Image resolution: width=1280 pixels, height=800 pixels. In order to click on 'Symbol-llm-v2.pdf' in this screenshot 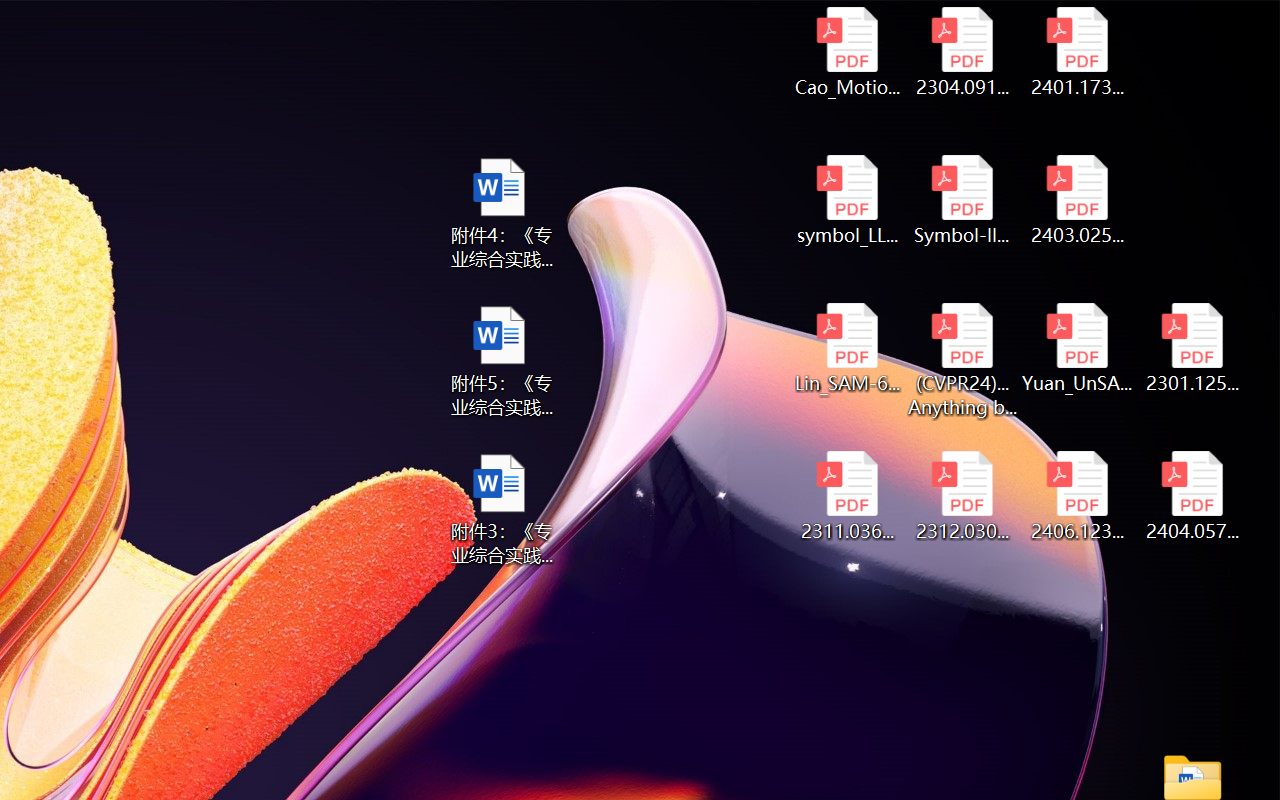, I will do `click(962, 200)`.